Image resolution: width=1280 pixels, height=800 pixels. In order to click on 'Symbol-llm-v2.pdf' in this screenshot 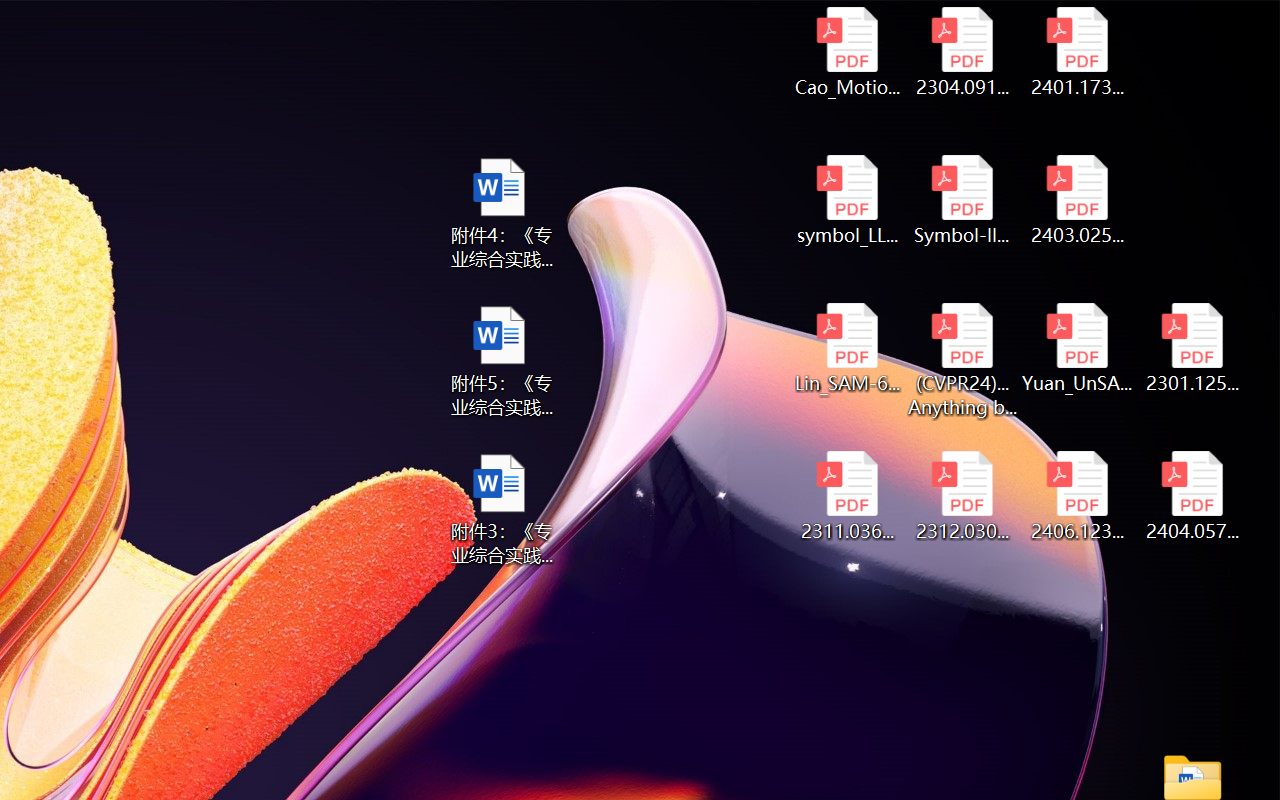, I will do `click(962, 200)`.